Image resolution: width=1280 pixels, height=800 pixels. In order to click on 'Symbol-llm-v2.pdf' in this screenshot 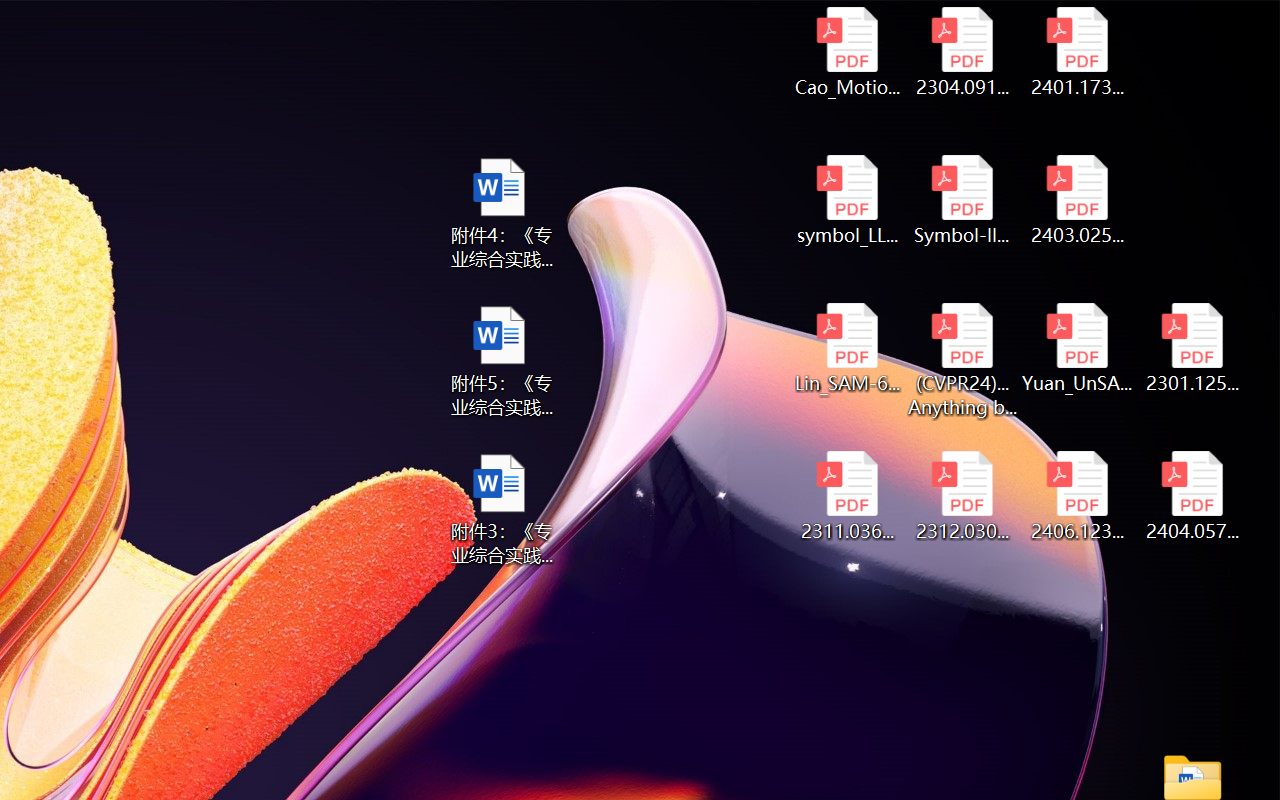, I will do `click(962, 200)`.